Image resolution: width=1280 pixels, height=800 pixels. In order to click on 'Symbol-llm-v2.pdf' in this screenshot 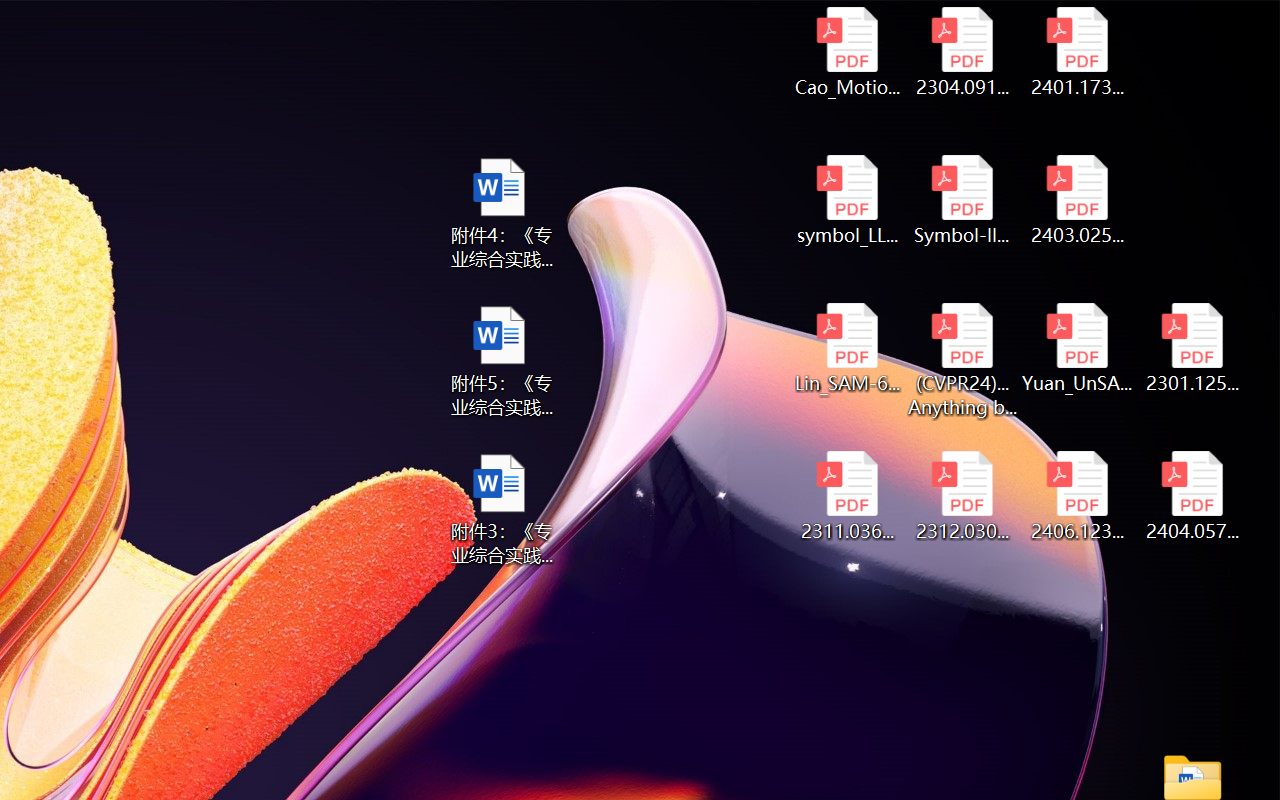, I will do `click(962, 200)`.